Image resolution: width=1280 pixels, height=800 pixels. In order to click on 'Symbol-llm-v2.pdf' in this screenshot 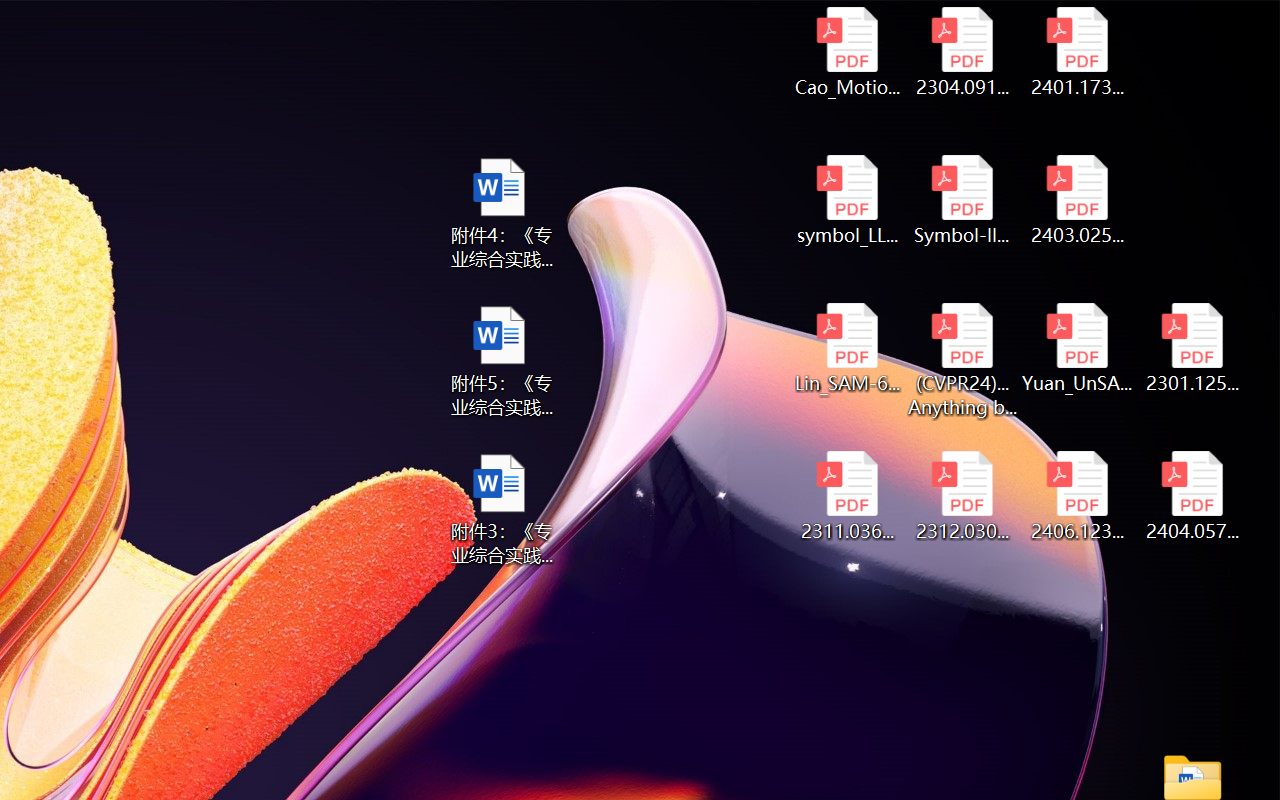, I will do `click(962, 200)`.